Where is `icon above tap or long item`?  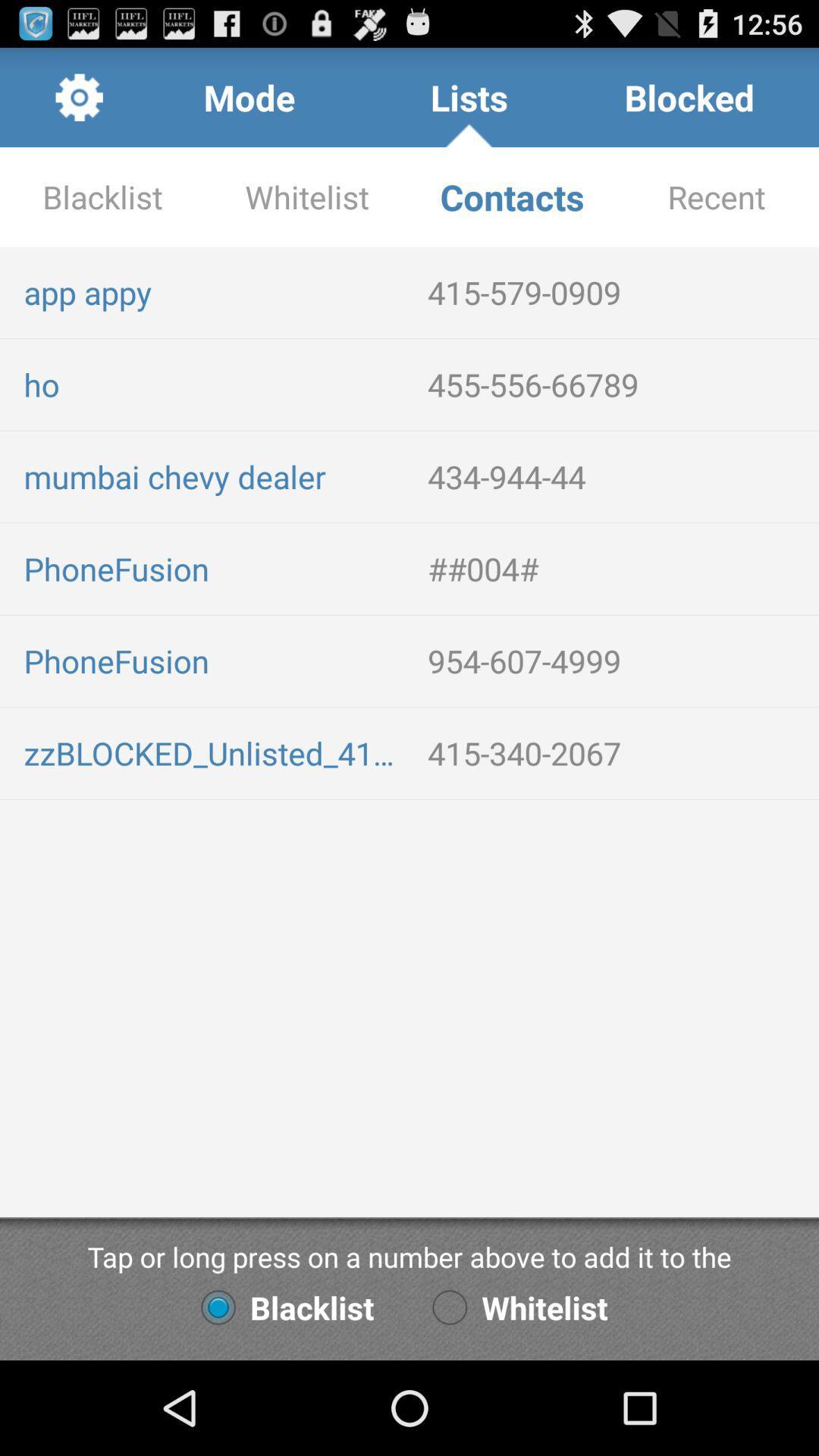
icon above tap or long item is located at coordinates (617, 753).